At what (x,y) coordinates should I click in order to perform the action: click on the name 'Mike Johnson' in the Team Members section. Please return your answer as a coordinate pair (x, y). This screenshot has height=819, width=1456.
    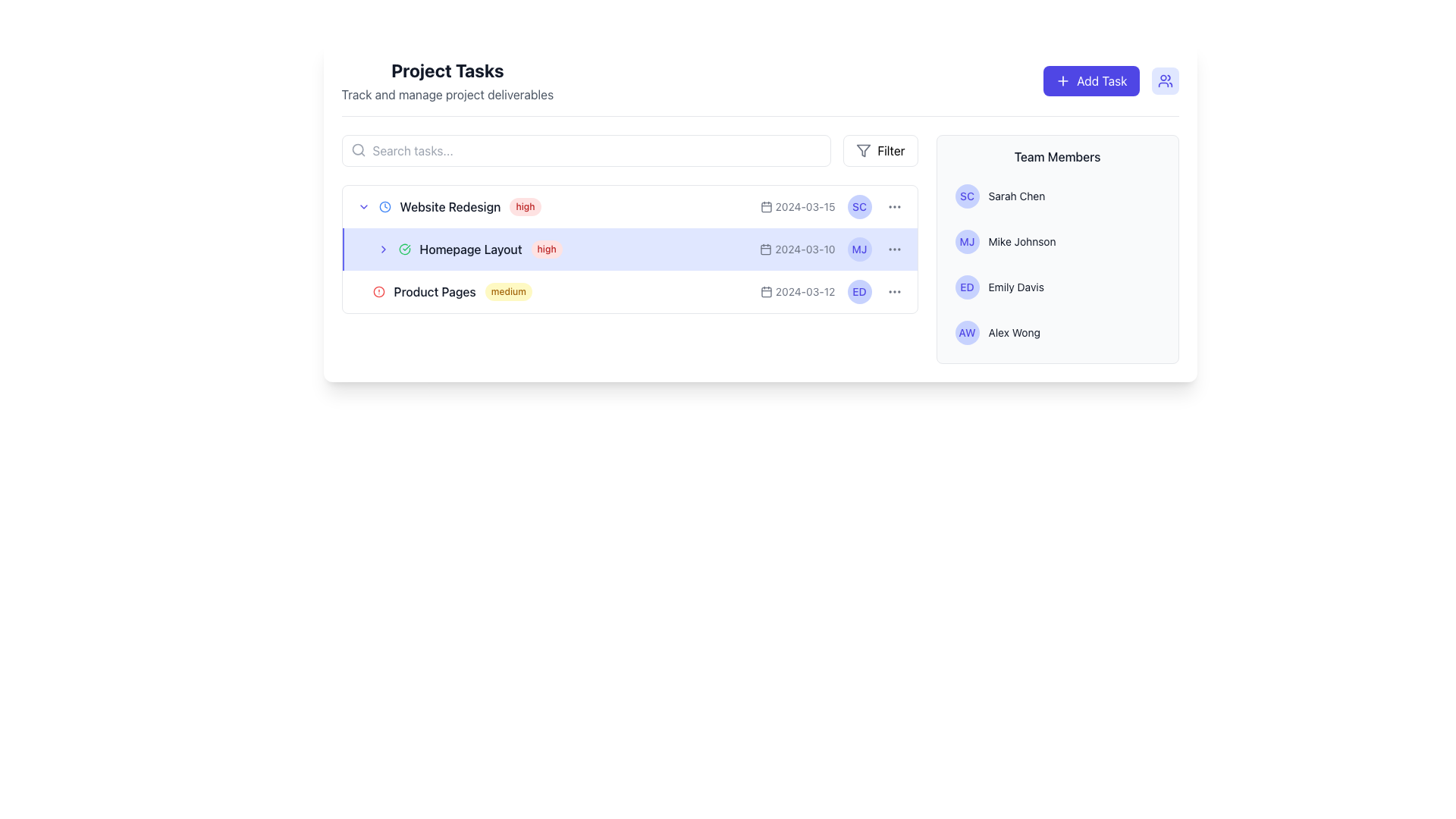
    Looking at the image, I should click on (1056, 241).